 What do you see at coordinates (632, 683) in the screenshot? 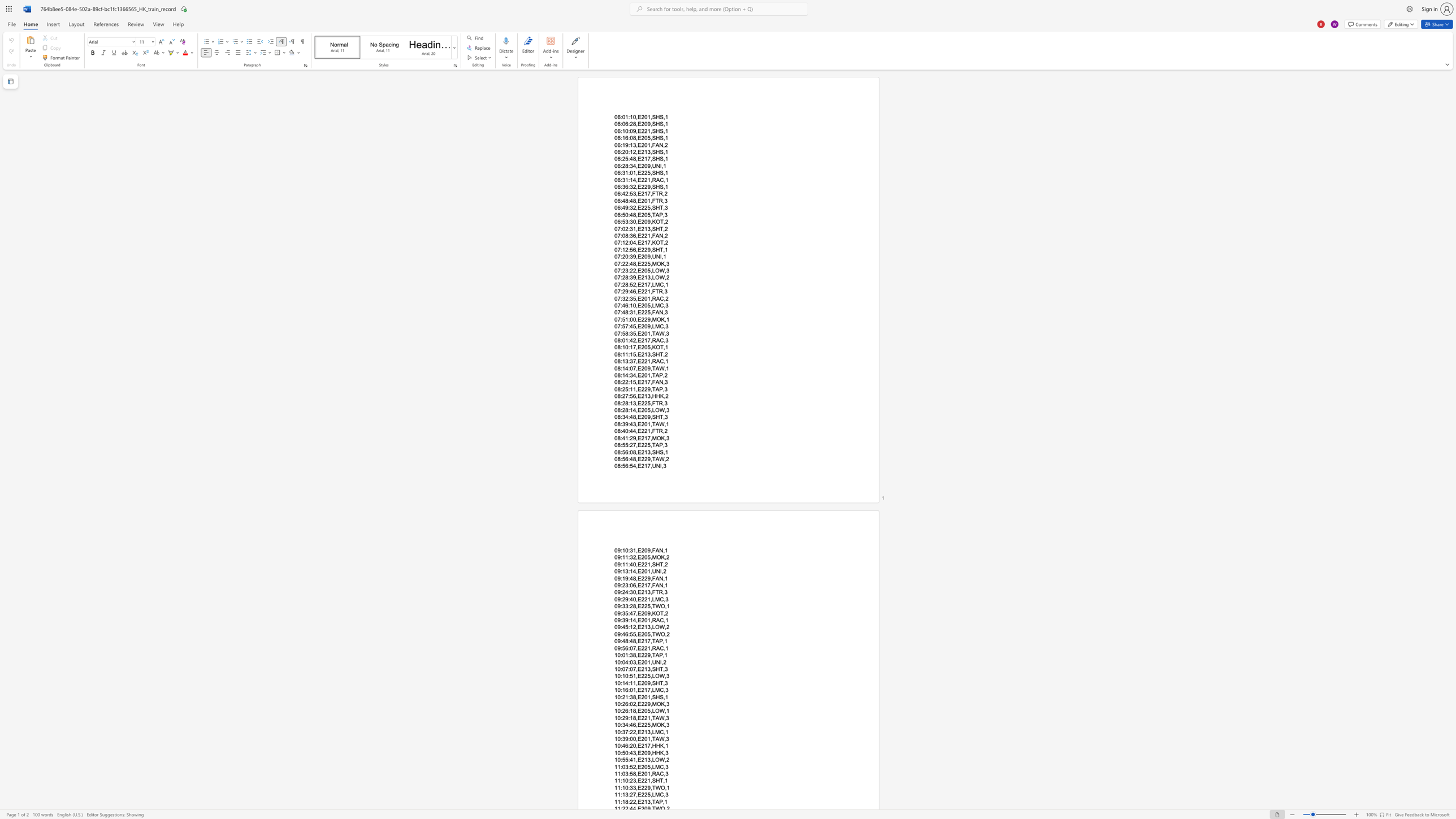
I see `the space between the continuous character "1" and "1" in the text` at bounding box center [632, 683].